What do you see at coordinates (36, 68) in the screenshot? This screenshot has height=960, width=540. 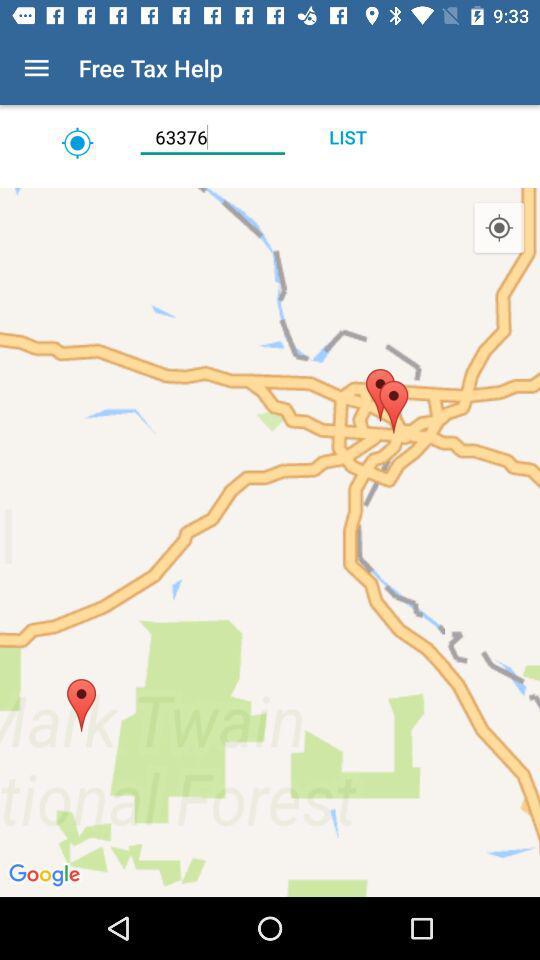 I see `the icon to the left of free tax help` at bounding box center [36, 68].